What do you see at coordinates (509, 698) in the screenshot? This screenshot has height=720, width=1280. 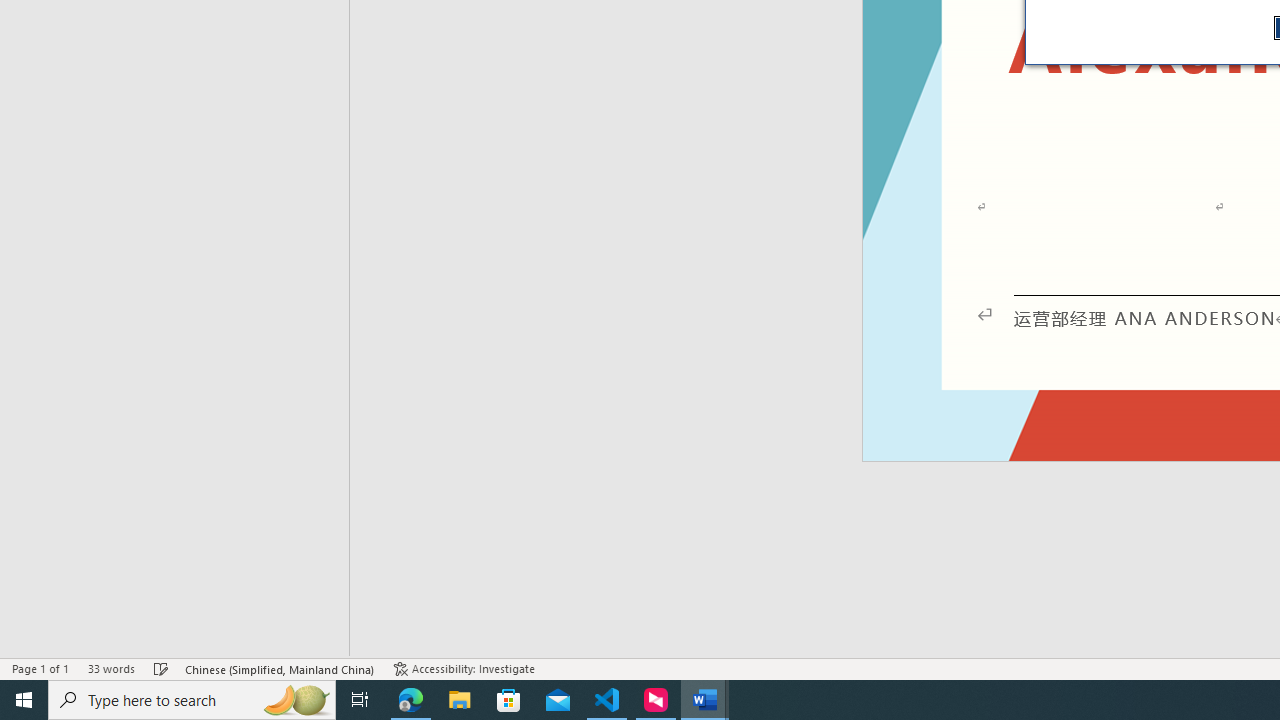 I see `'Microsoft Store'` at bounding box center [509, 698].